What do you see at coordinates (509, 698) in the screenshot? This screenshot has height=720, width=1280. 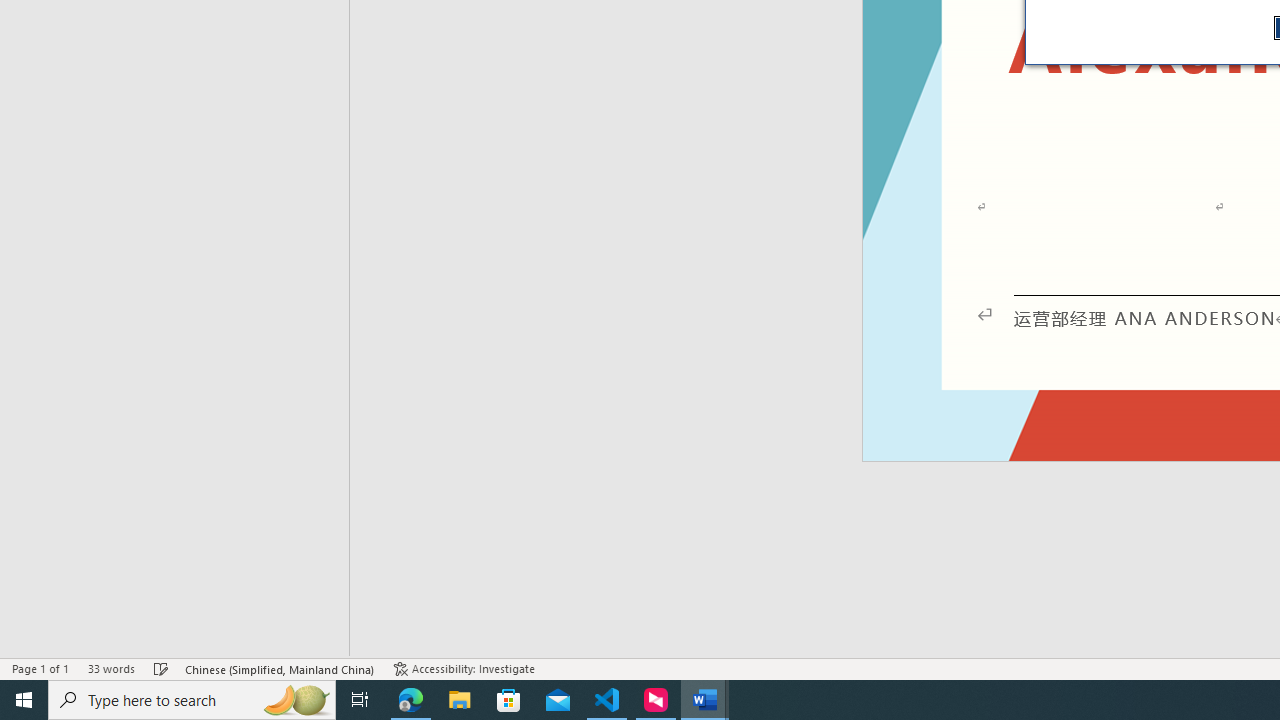 I see `'Microsoft Store'` at bounding box center [509, 698].